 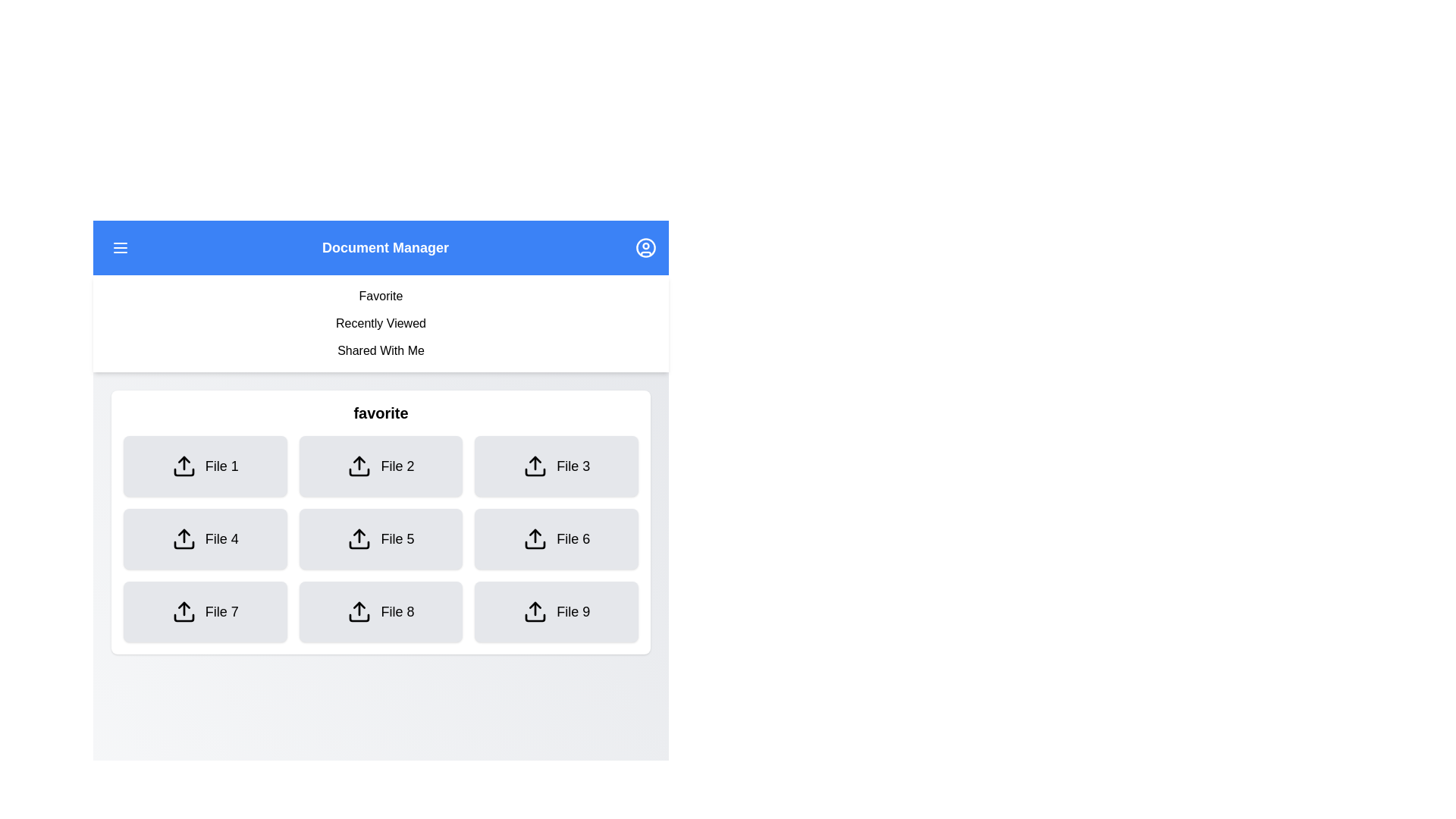 What do you see at coordinates (381, 323) in the screenshot?
I see `the tab option Recently Viewed by clicking on it` at bounding box center [381, 323].